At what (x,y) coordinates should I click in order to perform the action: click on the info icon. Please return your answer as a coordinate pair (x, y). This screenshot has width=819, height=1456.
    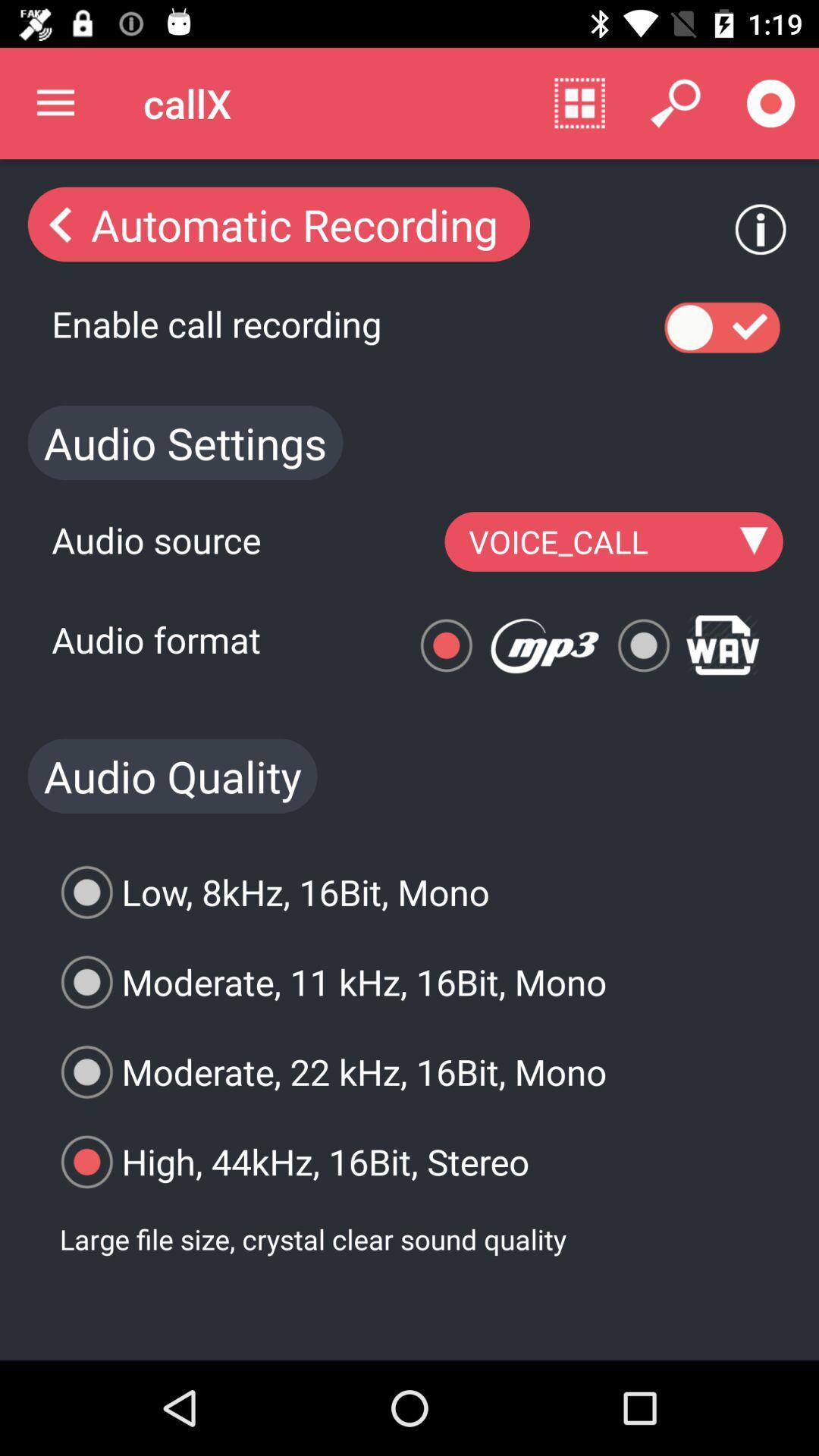
    Looking at the image, I should click on (748, 228).